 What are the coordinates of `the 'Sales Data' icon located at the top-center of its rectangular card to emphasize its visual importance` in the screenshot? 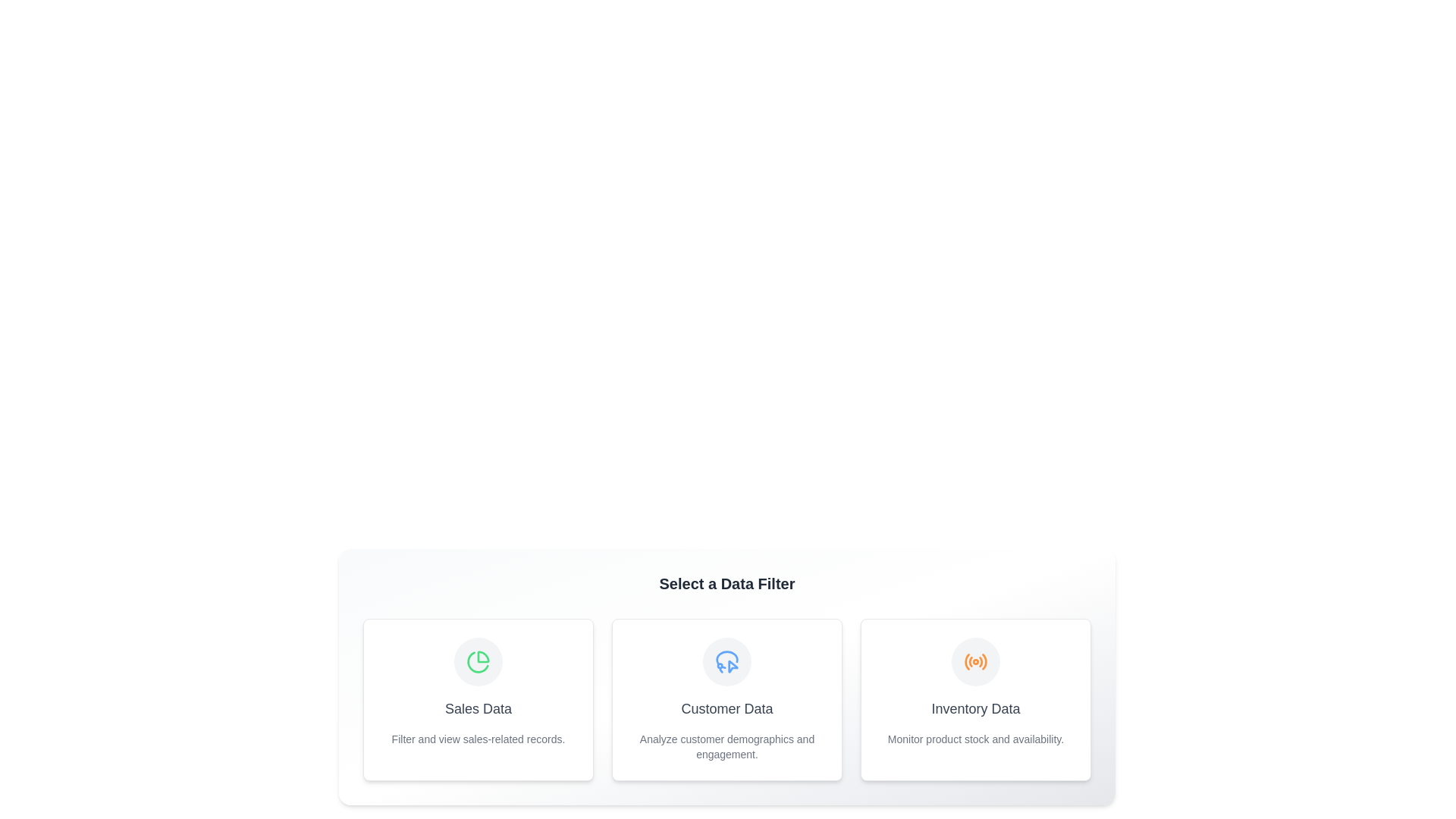 It's located at (477, 661).